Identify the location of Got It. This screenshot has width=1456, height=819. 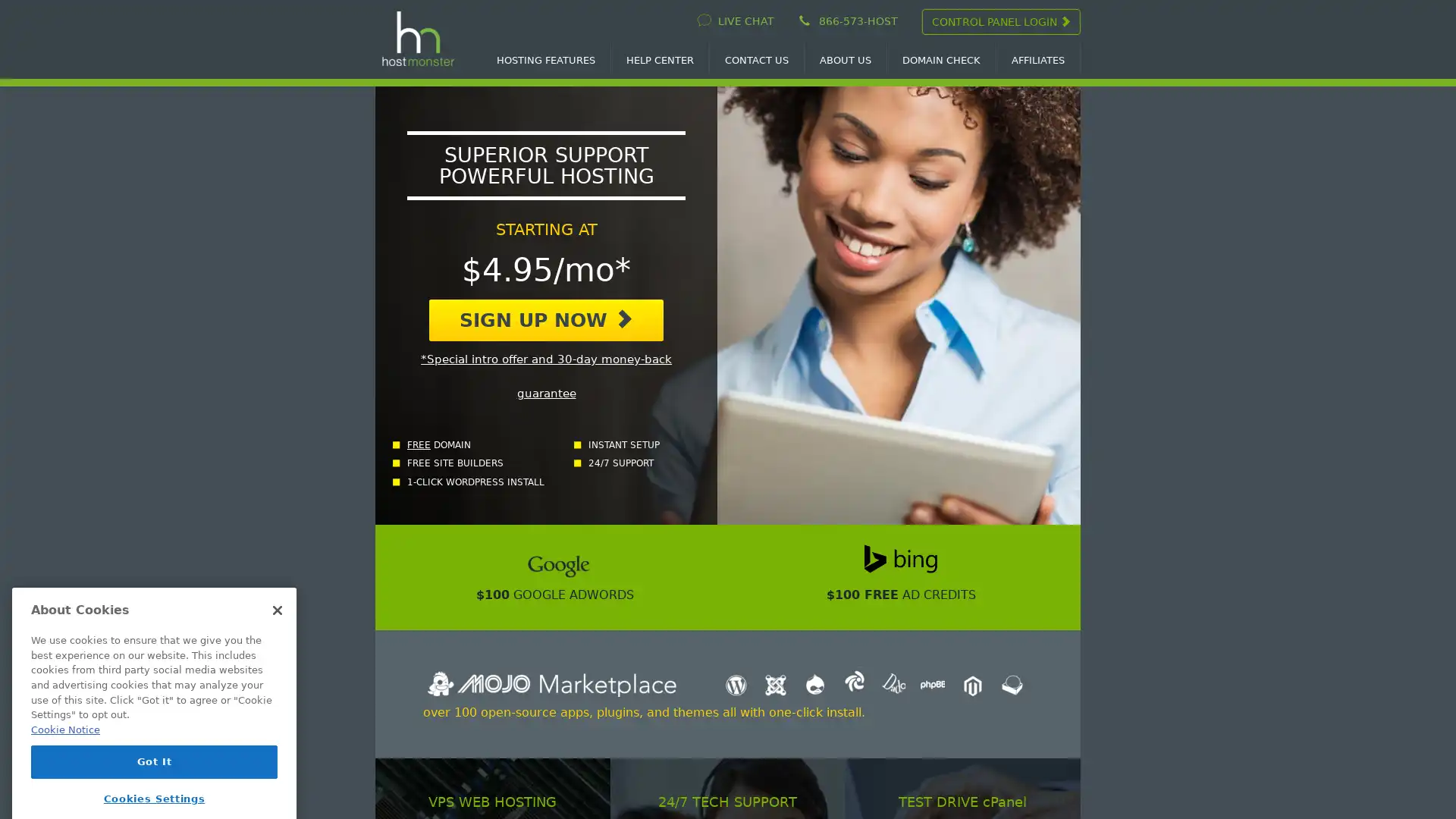
(154, 730).